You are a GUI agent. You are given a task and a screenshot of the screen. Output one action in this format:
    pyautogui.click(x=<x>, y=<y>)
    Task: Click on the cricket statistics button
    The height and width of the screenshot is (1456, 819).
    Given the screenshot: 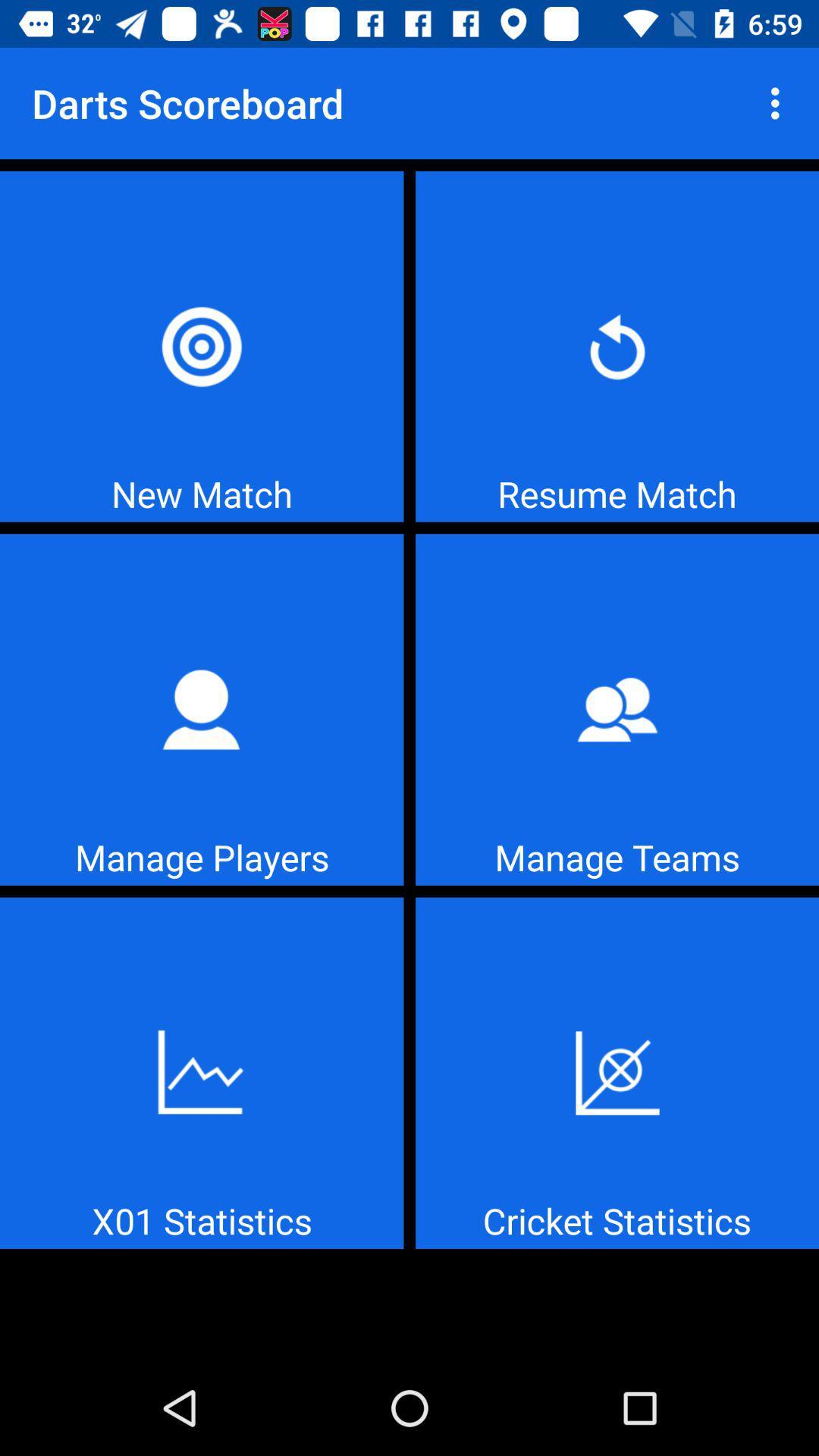 What is the action you would take?
    pyautogui.click(x=617, y=1072)
    